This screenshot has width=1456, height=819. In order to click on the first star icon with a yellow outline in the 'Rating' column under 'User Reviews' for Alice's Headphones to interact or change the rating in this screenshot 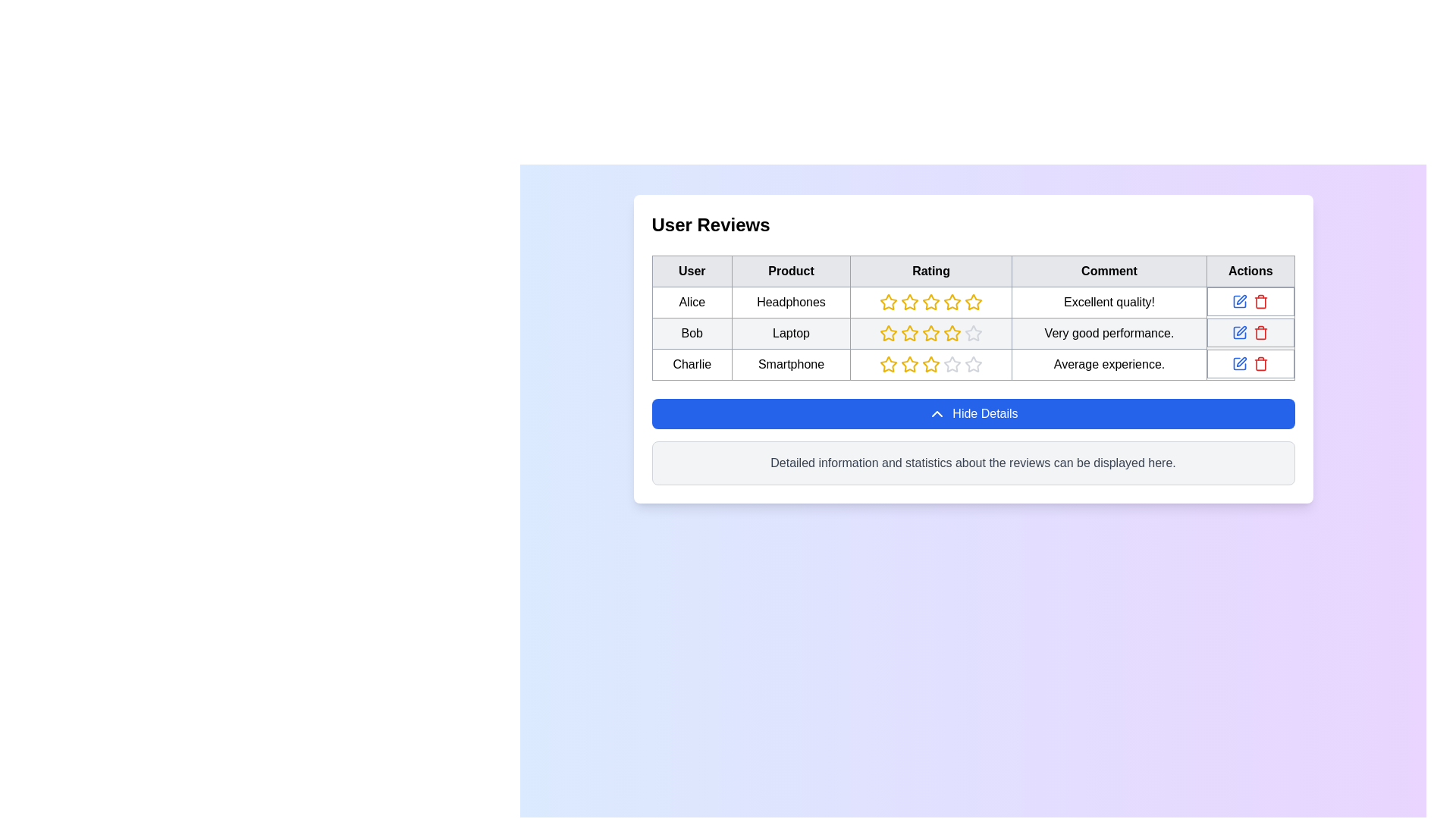, I will do `click(888, 302)`.